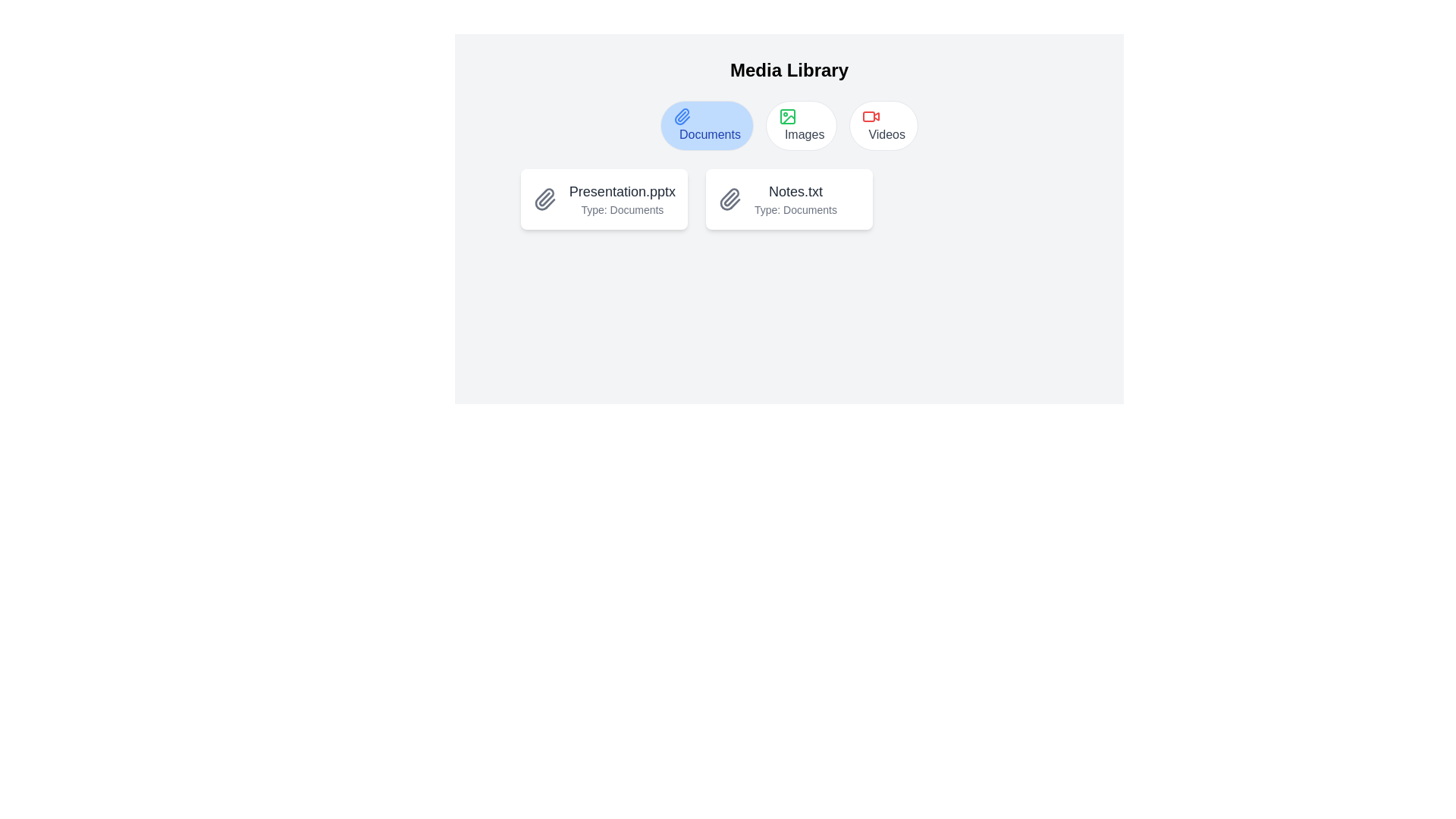  What do you see at coordinates (877, 116) in the screenshot?
I see `the play button icon located within the 'Videos' option, which is part of a group of icons at the top right of the interface` at bounding box center [877, 116].